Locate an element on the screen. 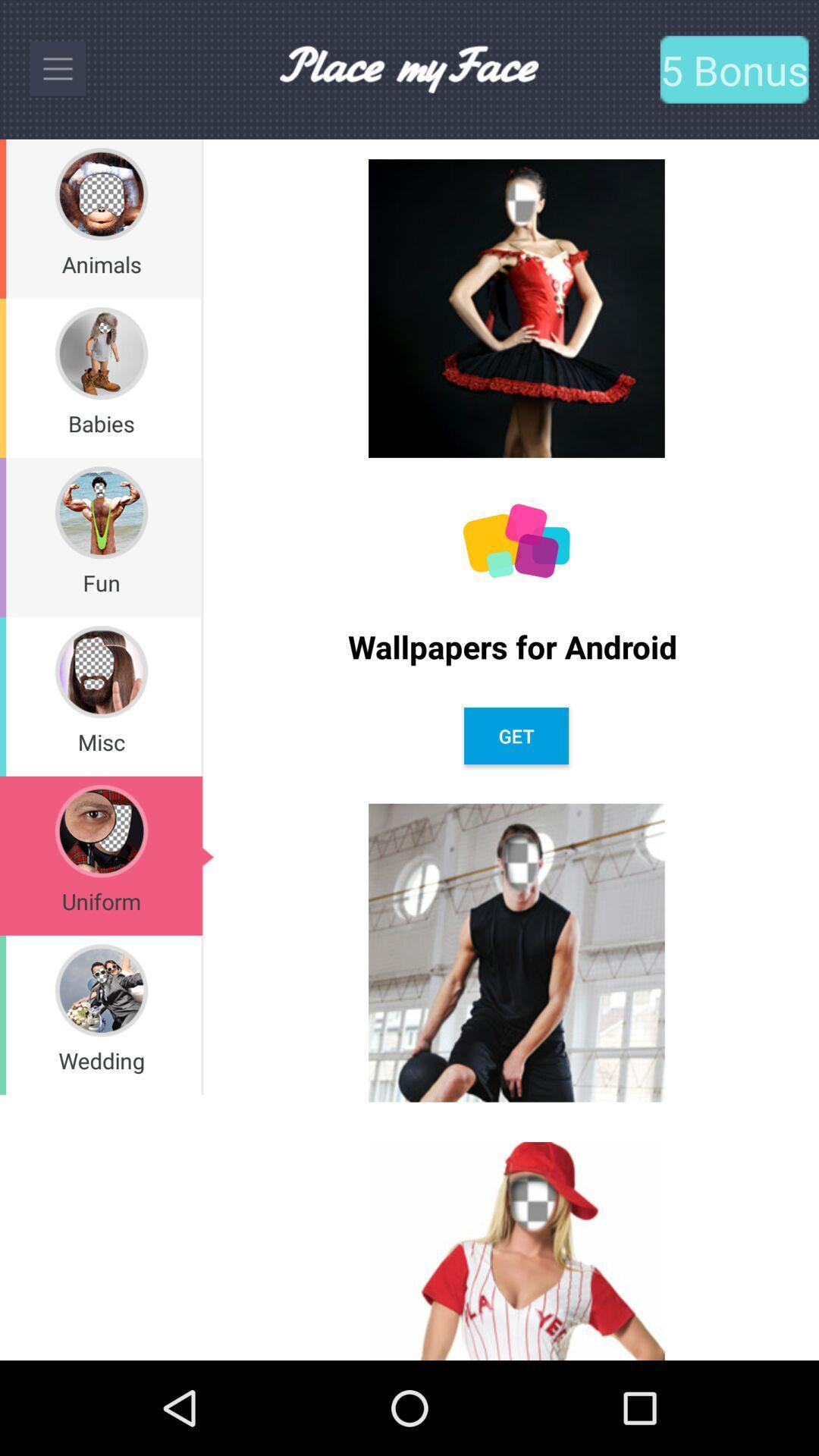 This screenshot has height=1456, width=819. the icon to the left of wallpapers for android  icon is located at coordinates (201, 537).